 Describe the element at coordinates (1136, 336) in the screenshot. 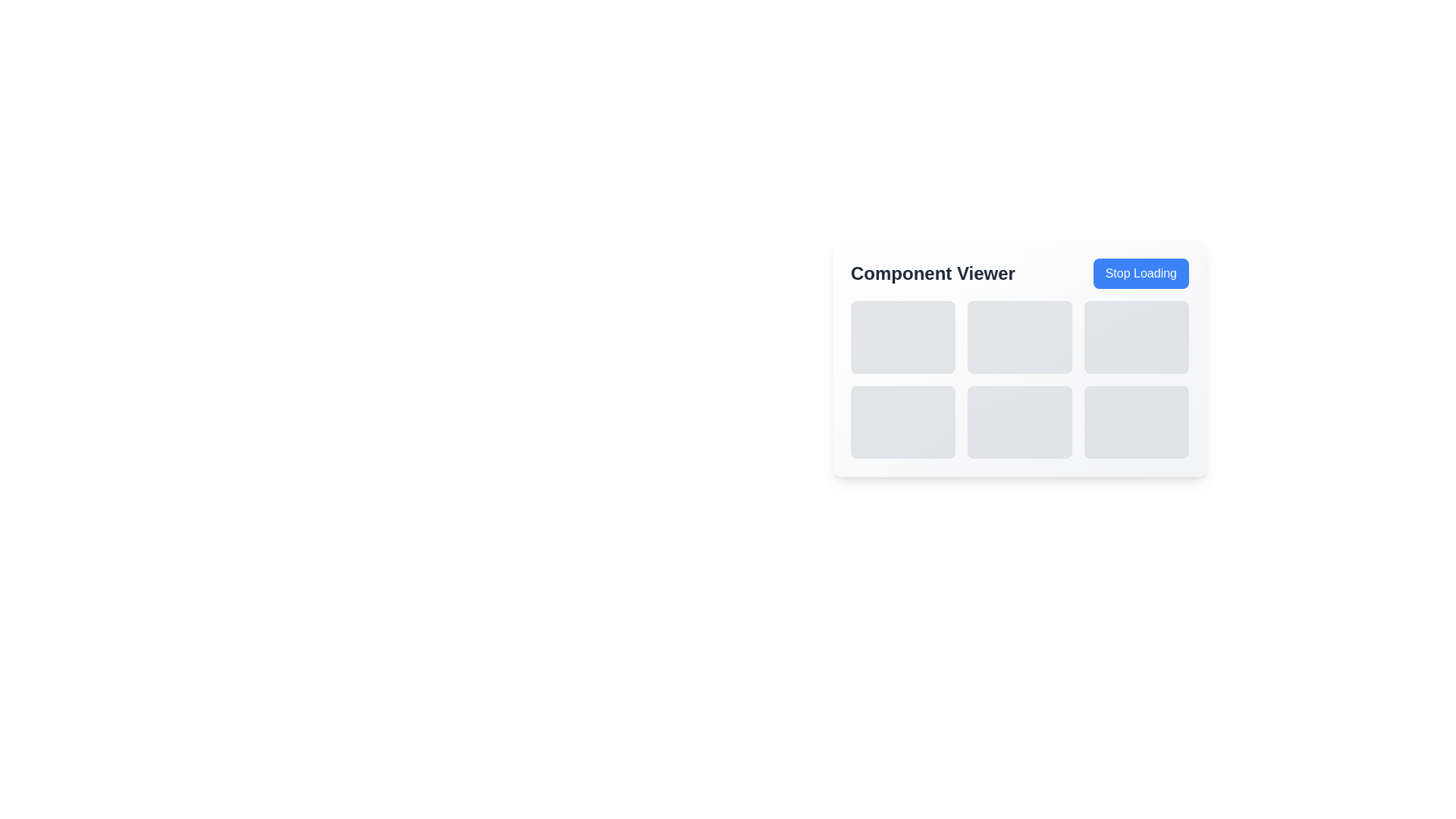

I see `the third placeholder in the first row of the grid layout, which has a light gray background and rounded corners, indicating a loading state` at that location.